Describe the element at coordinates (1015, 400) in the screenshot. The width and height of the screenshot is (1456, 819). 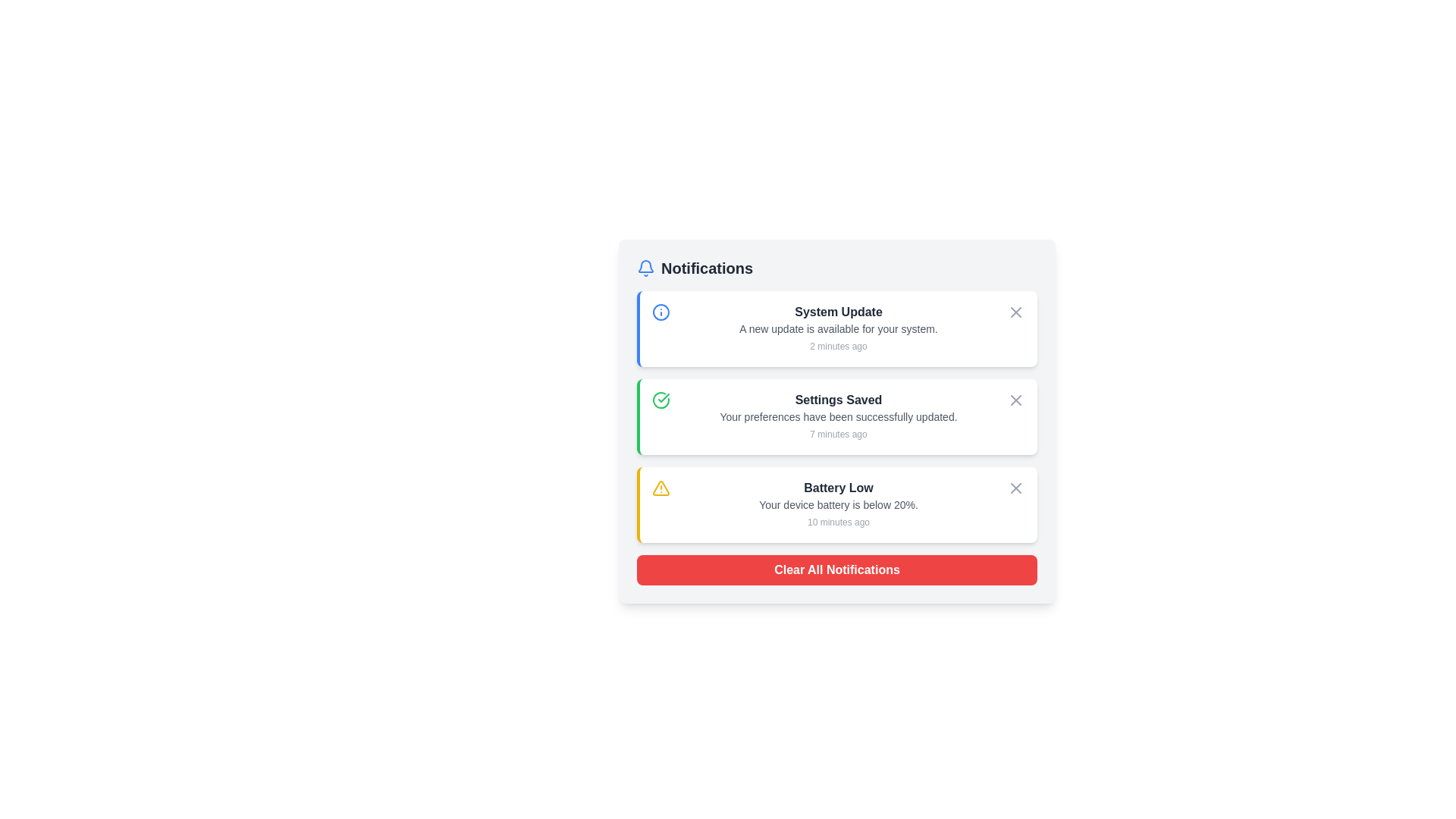
I see `the dismiss button represented by an 'X' icon in light gray that turns red on hover, located at the top-right corner of the 'Settings Saved' notification card` at that location.